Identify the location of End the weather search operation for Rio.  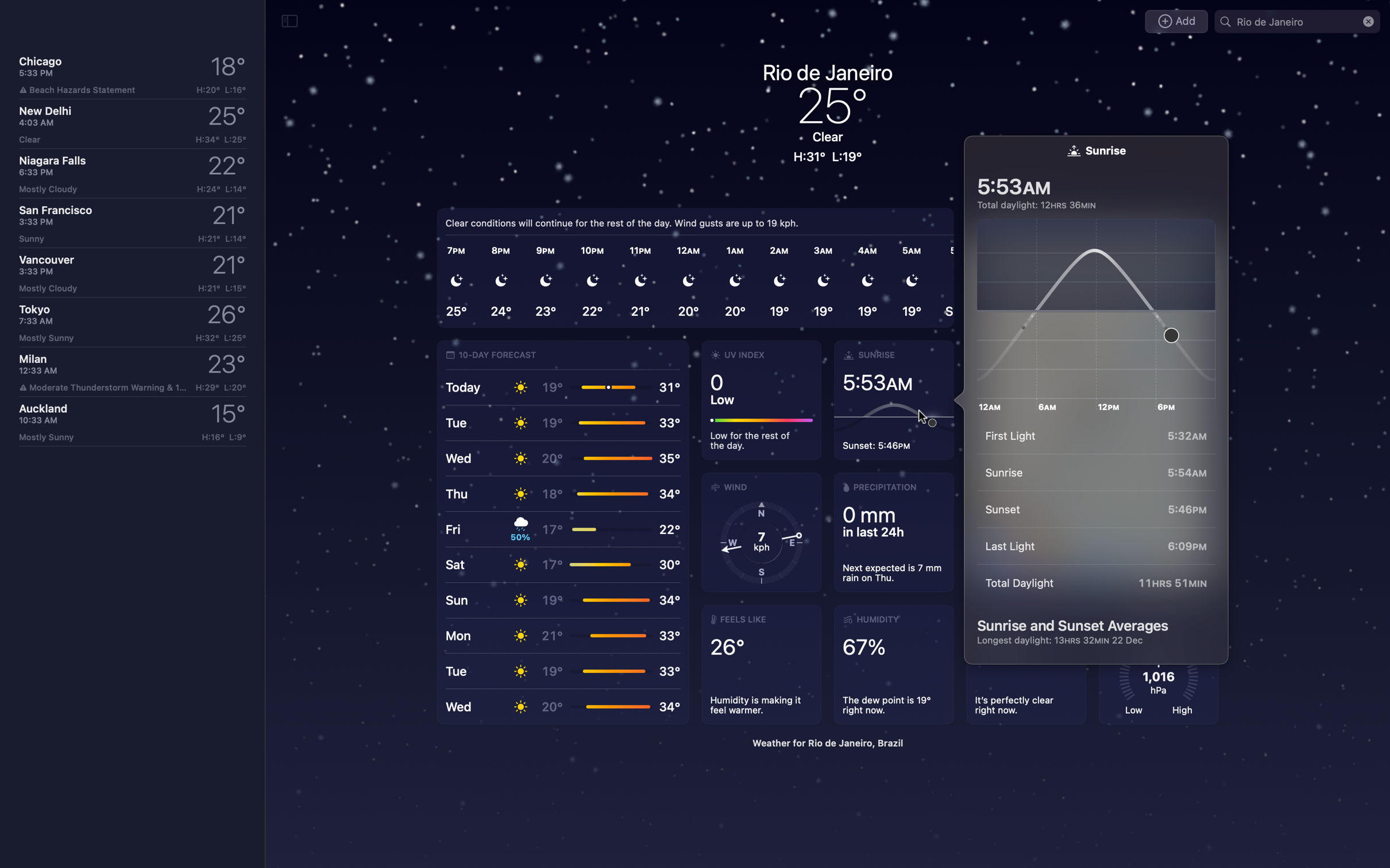
(1368, 21).